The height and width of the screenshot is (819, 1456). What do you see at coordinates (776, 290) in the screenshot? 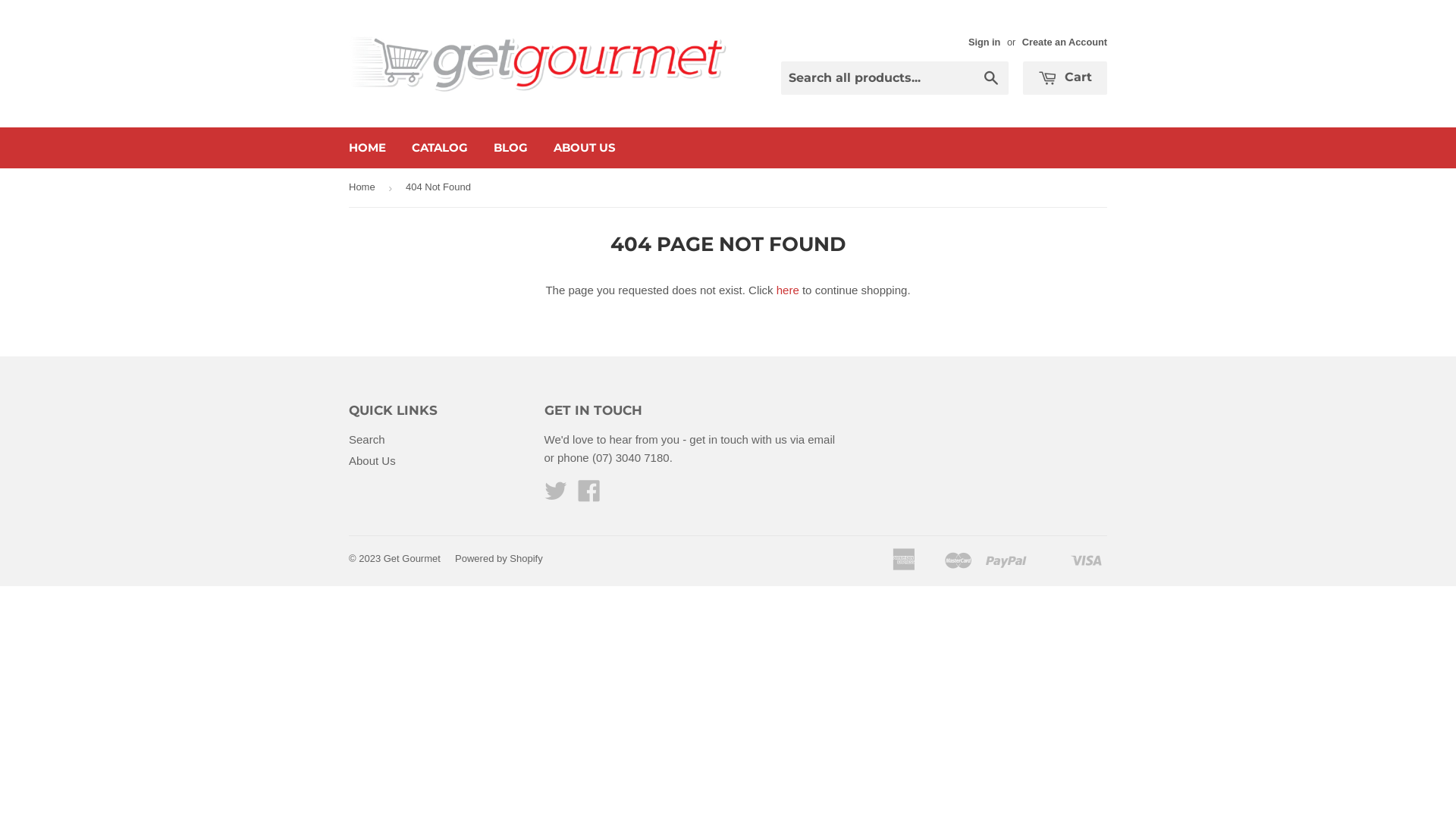
I see `'here'` at bounding box center [776, 290].